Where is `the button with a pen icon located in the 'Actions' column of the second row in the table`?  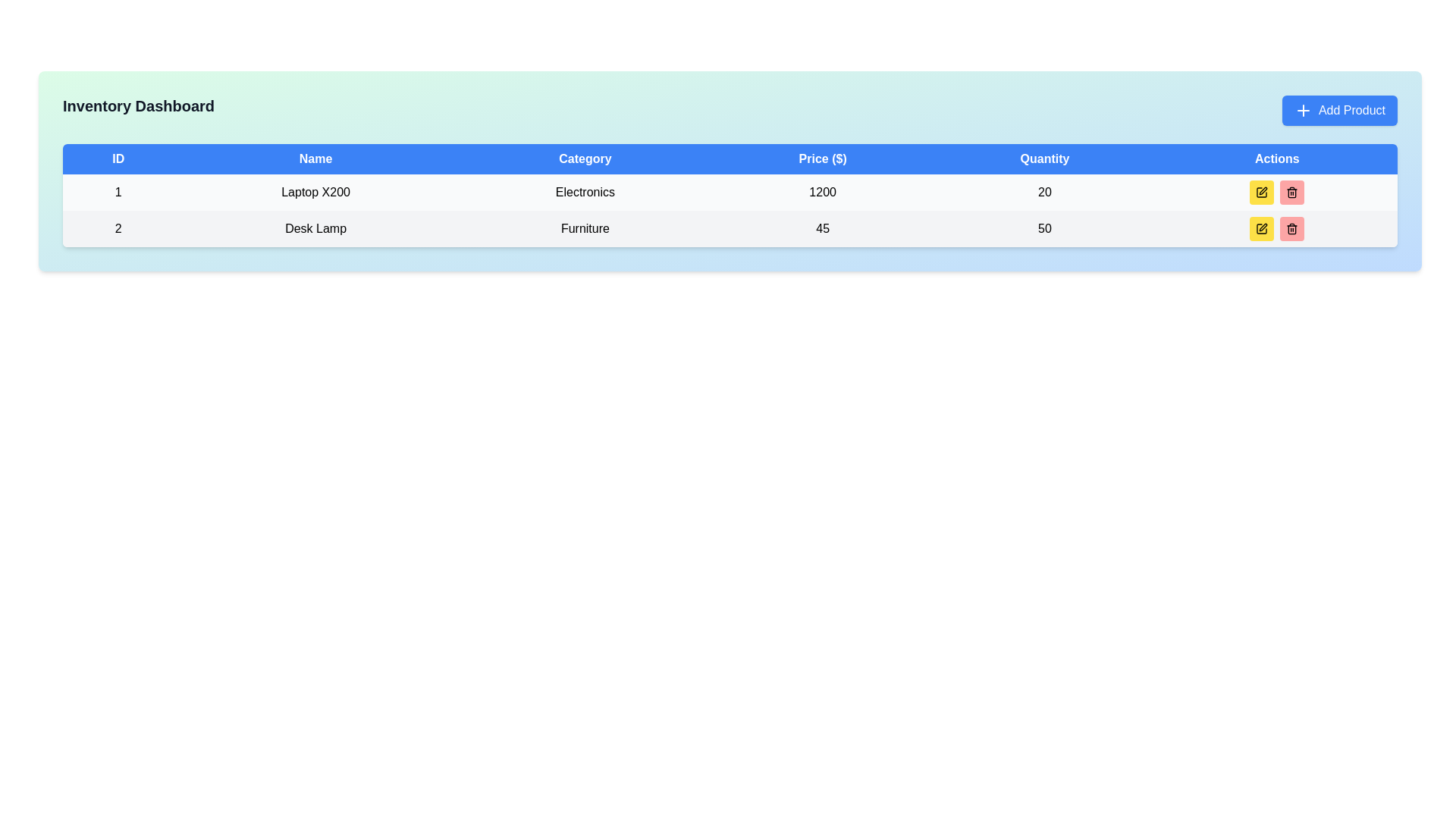
the button with a pen icon located in the 'Actions' column of the second row in the table is located at coordinates (1263, 190).